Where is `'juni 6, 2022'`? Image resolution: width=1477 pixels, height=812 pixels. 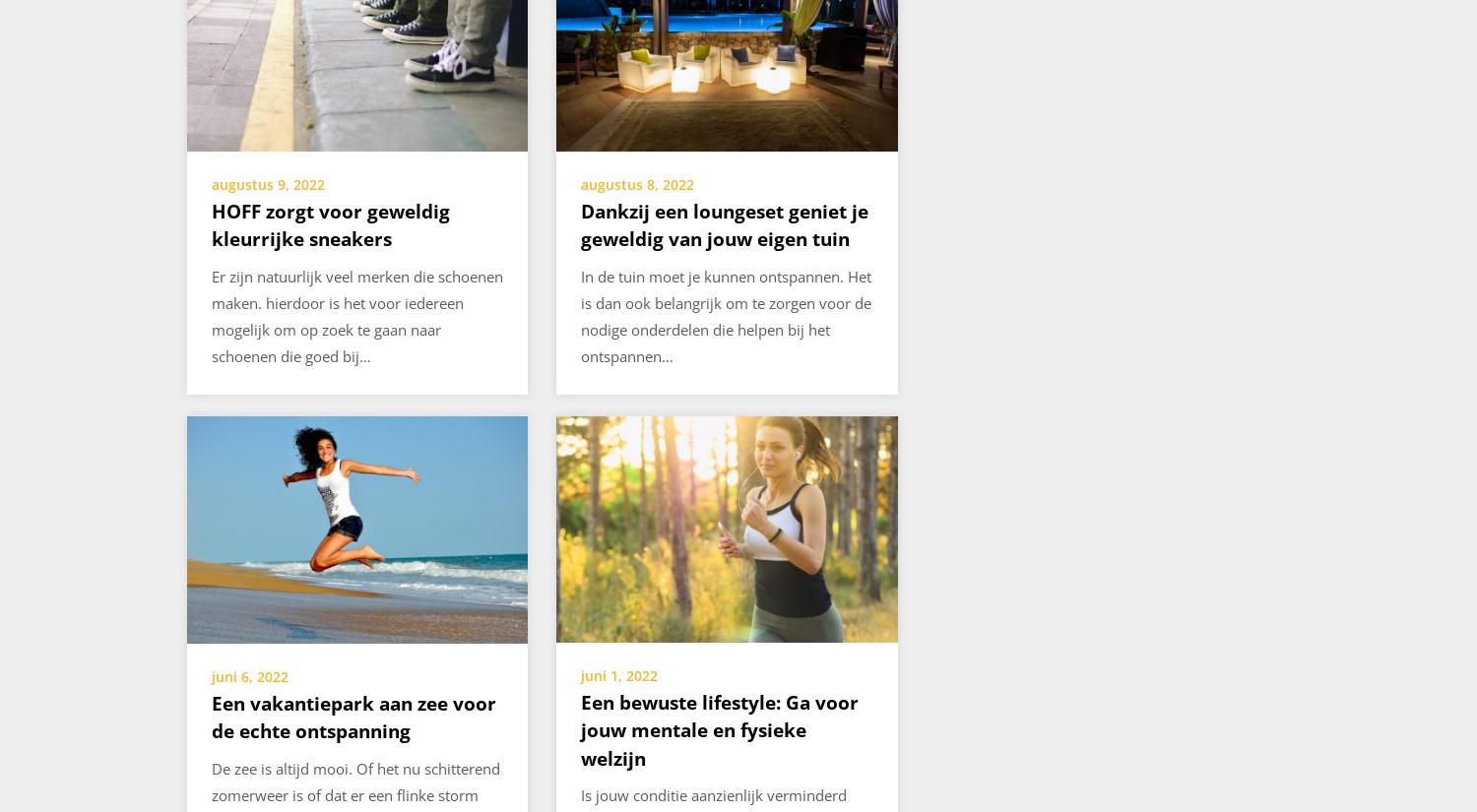
'juni 6, 2022' is located at coordinates (249, 675).